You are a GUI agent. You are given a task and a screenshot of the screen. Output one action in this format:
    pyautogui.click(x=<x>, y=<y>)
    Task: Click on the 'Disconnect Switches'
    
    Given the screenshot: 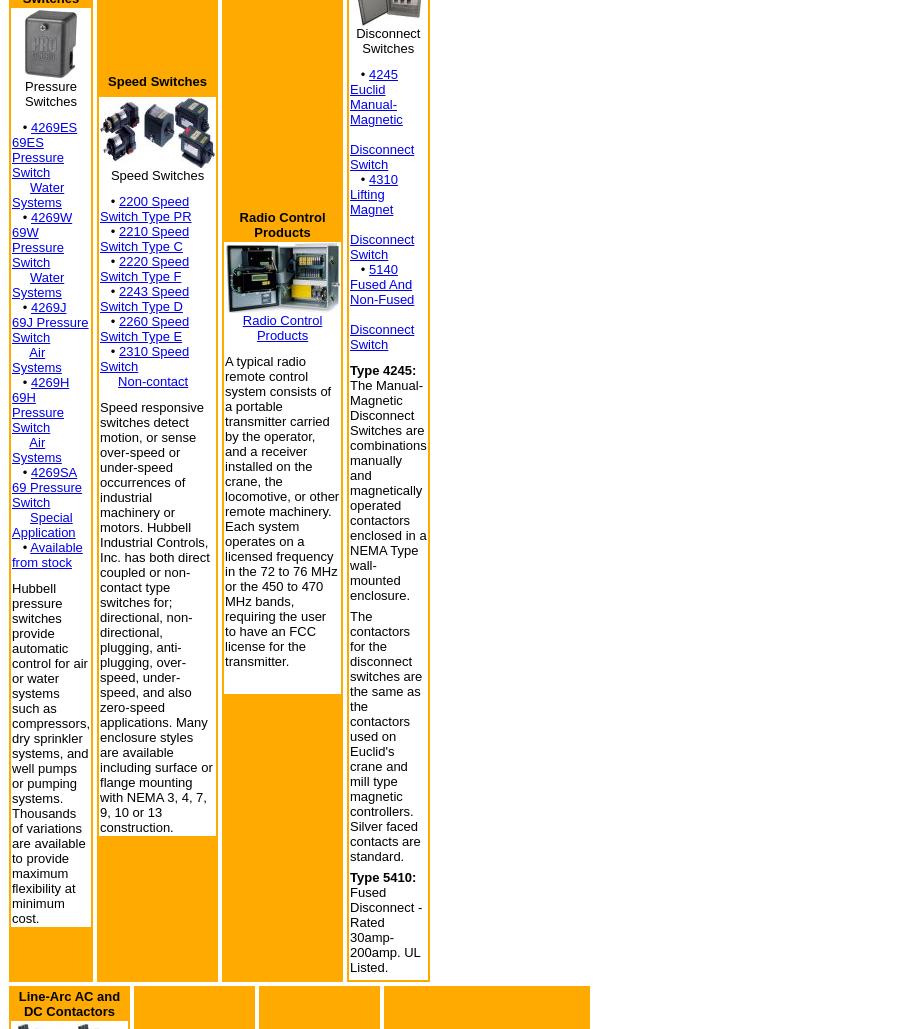 What is the action you would take?
    pyautogui.click(x=388, y=40)
    